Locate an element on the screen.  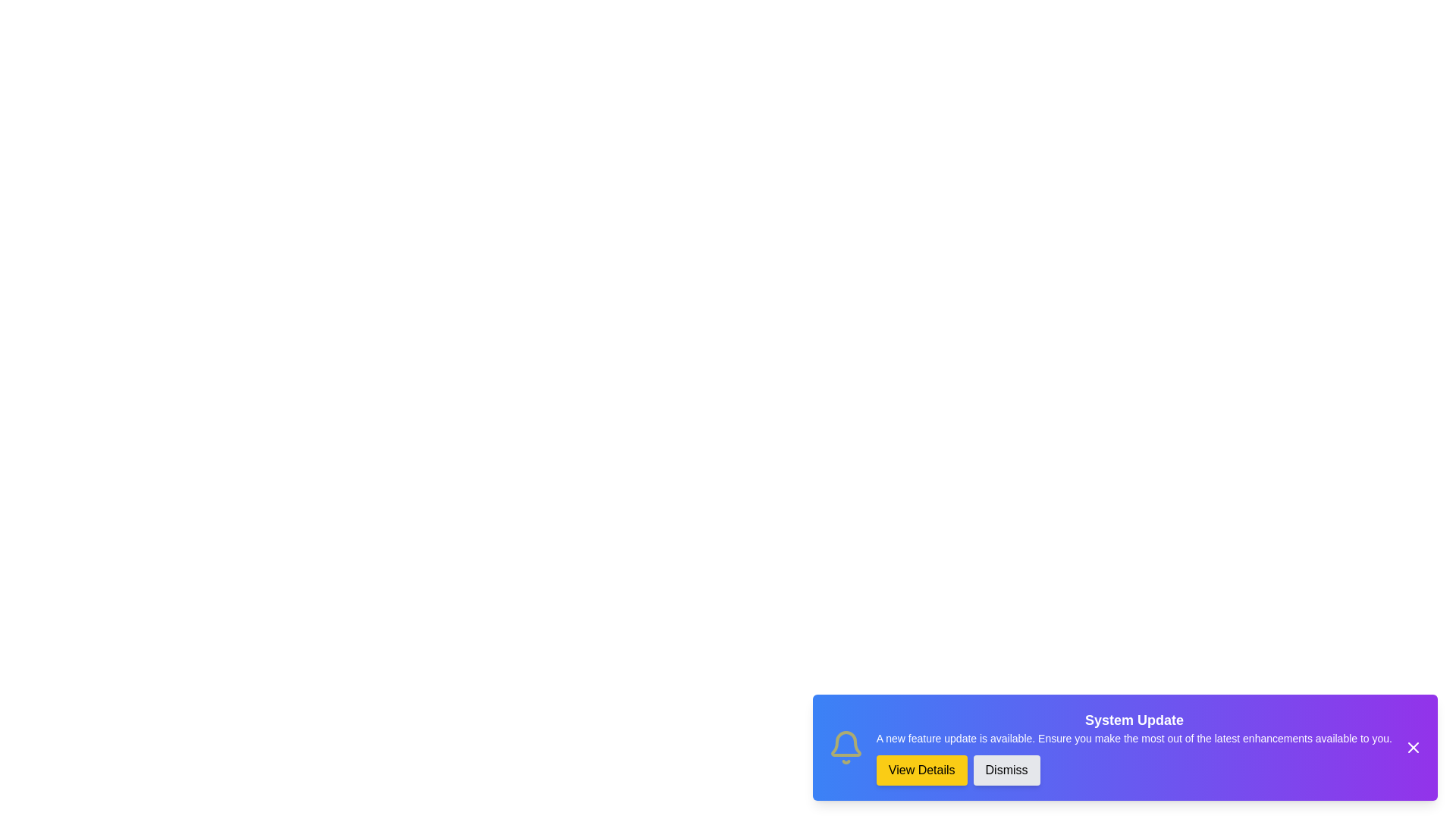
the Dismiss button to see its hover effect is located at coordinates (1006, 770).